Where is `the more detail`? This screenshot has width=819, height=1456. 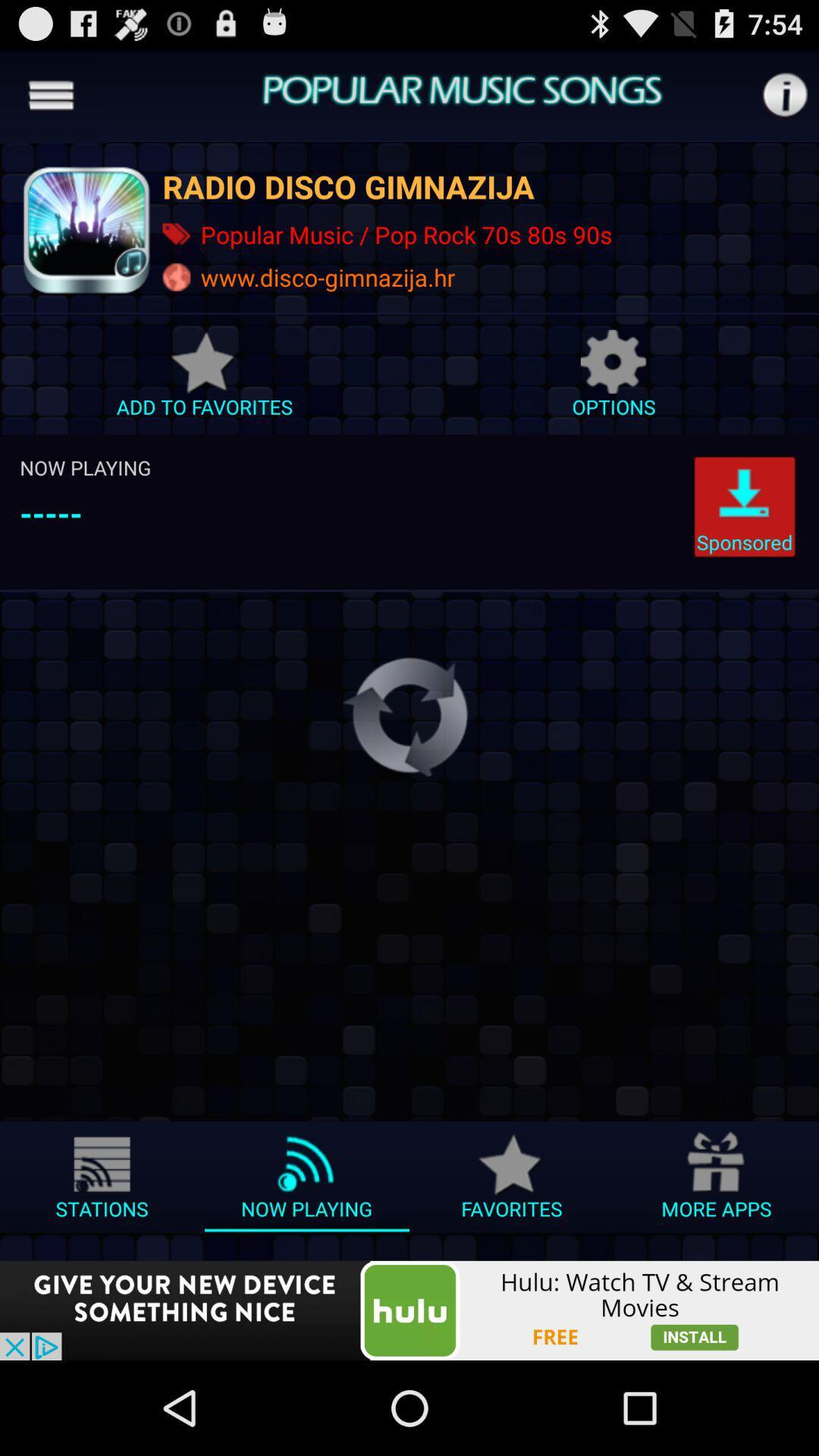 the more detail is located at coordinates (784, 94).